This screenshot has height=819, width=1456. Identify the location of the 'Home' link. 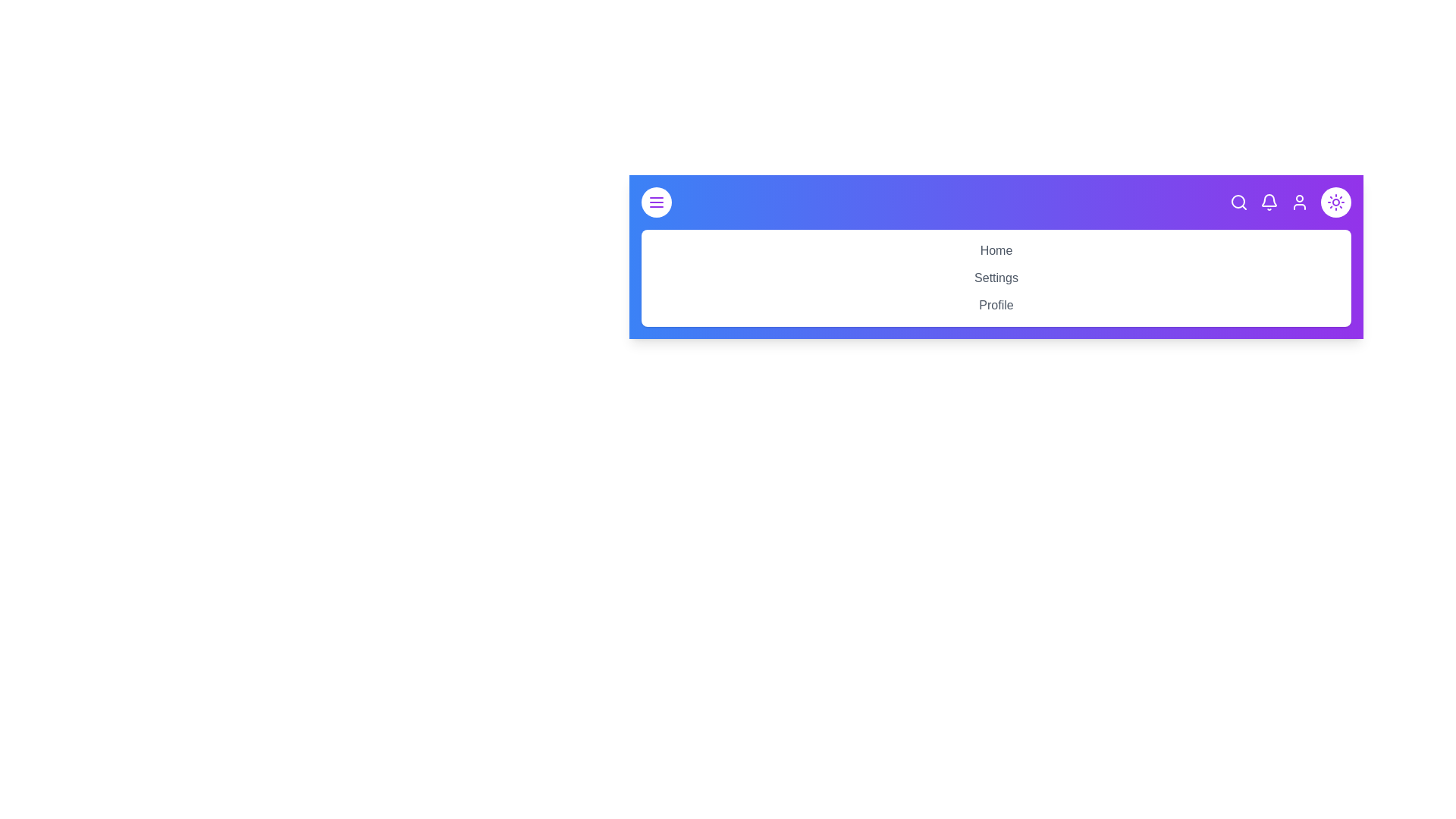
(996, 249).